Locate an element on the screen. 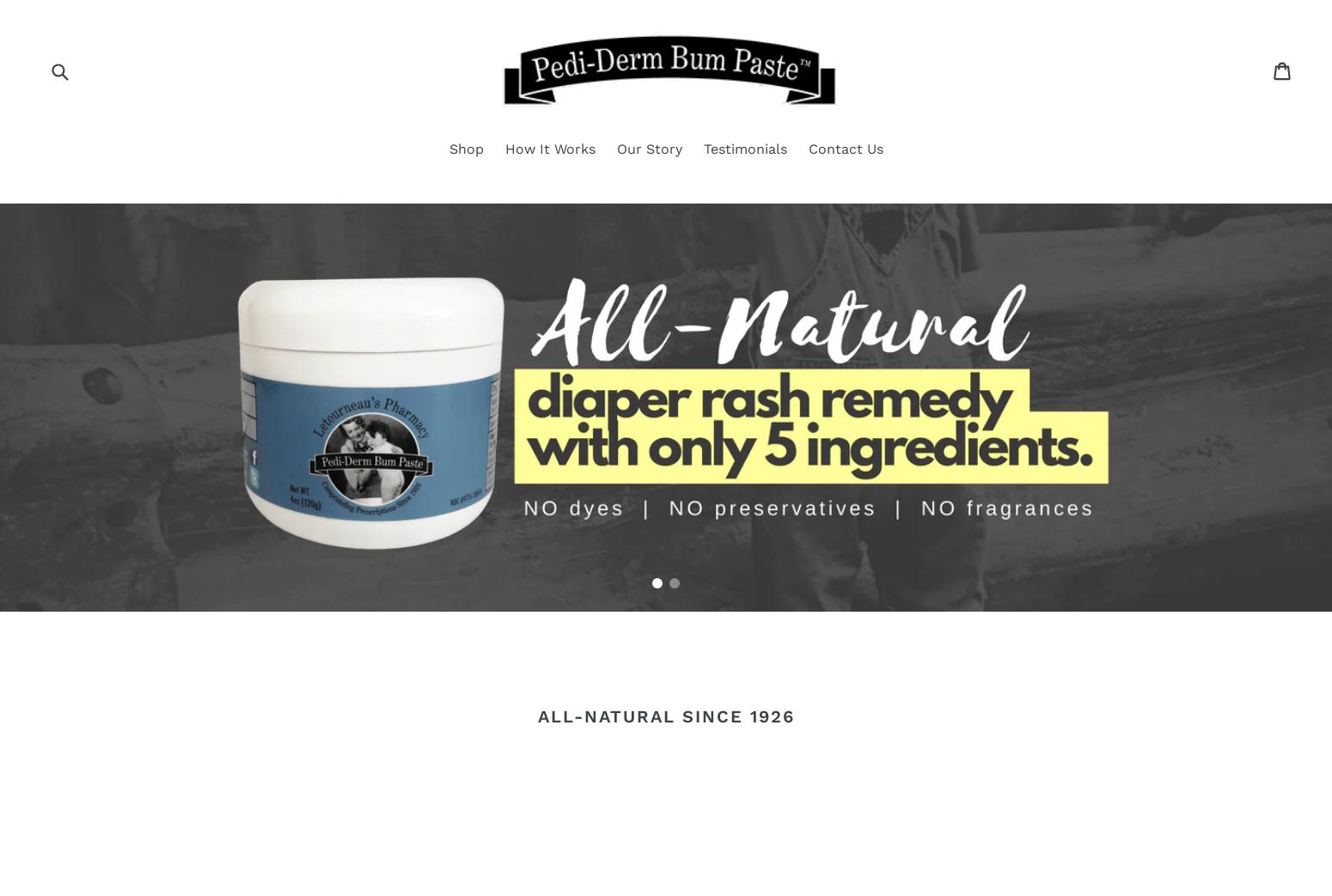 Image resolution: width=1332 pixels, height=896 pixels. 'How It Works' is located at coordinates (548, 147).